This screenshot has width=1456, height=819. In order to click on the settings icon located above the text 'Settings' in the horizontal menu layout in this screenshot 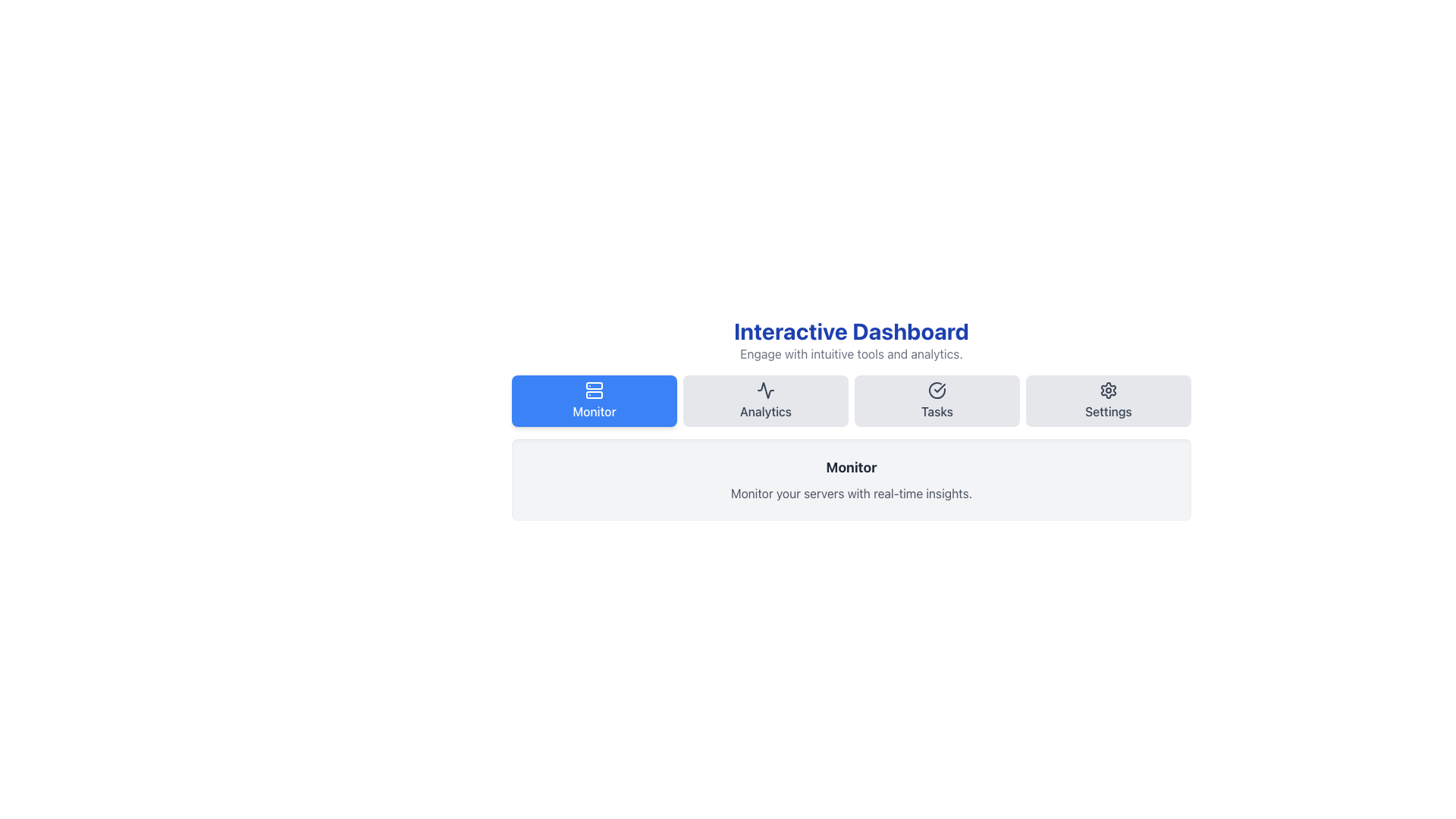, I will do `click(1109, 390)`.